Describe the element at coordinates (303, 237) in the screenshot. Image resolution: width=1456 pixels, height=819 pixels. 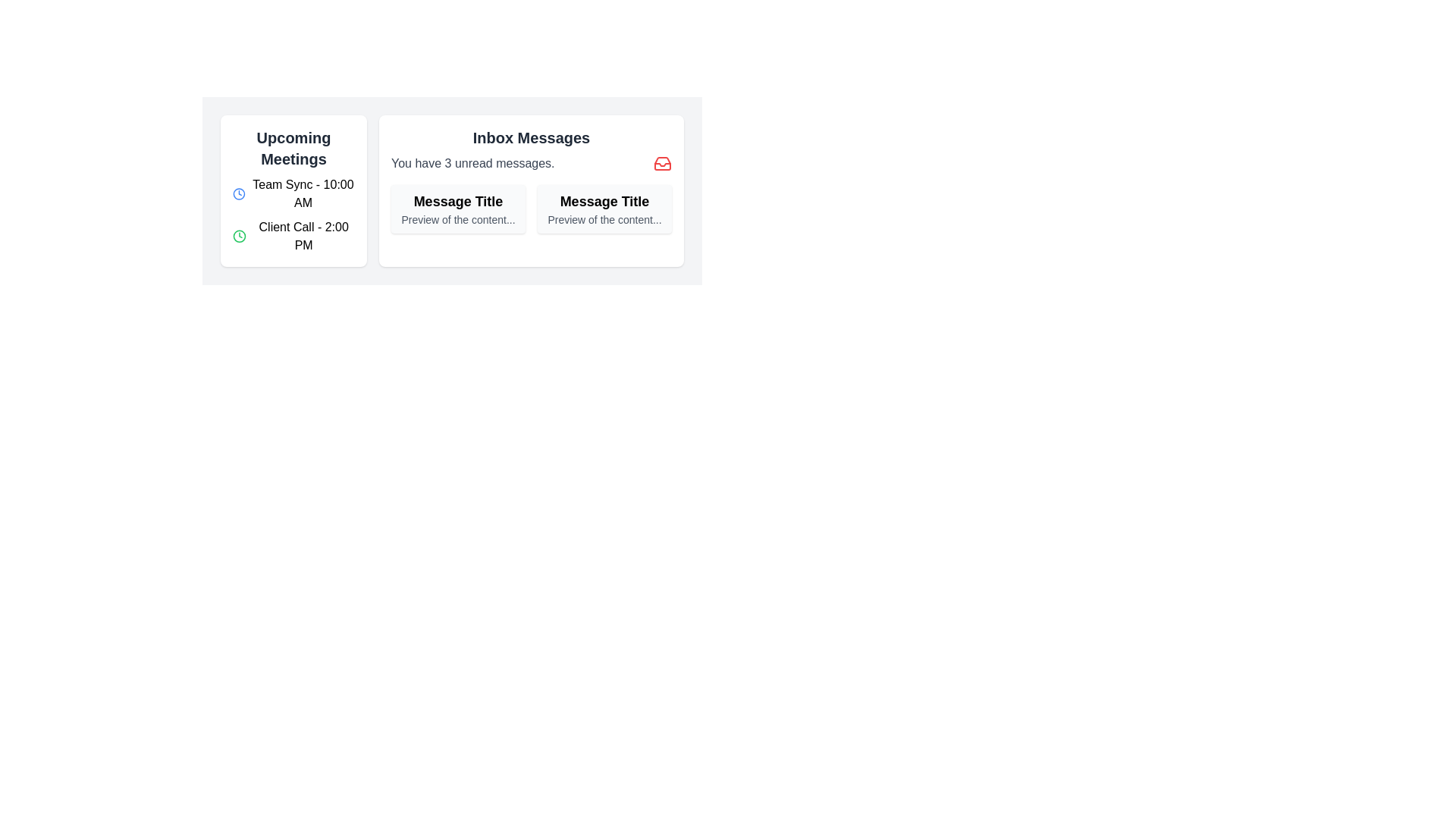
I see `the text label displaying 'Client Call - 2:00 PM', which is styled with a white background and positioned below the green clock icon in the 'Upcoming Meetings' section` at that location.